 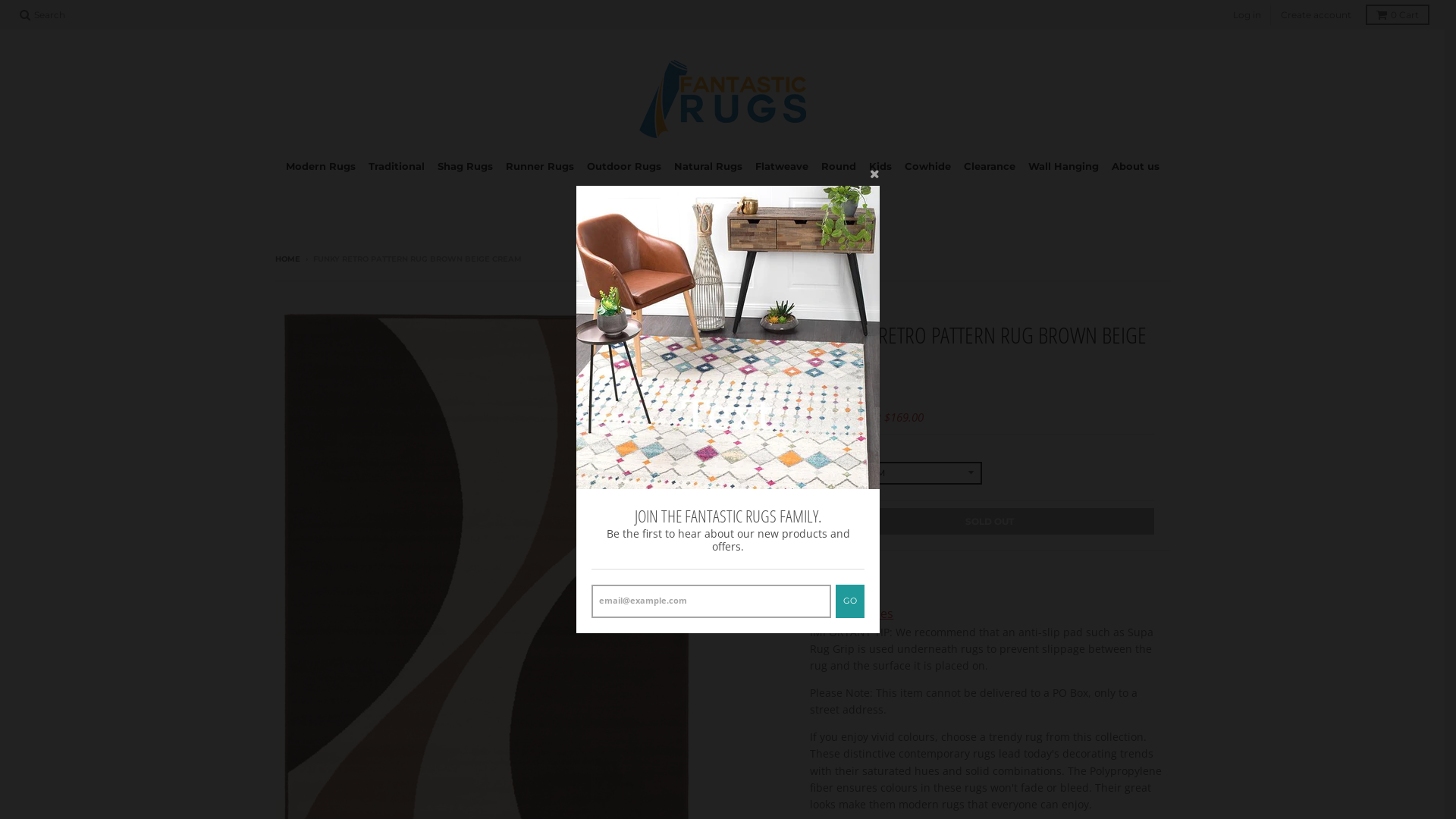 I want to click on 'Create account', so click(x=1315, y=14).